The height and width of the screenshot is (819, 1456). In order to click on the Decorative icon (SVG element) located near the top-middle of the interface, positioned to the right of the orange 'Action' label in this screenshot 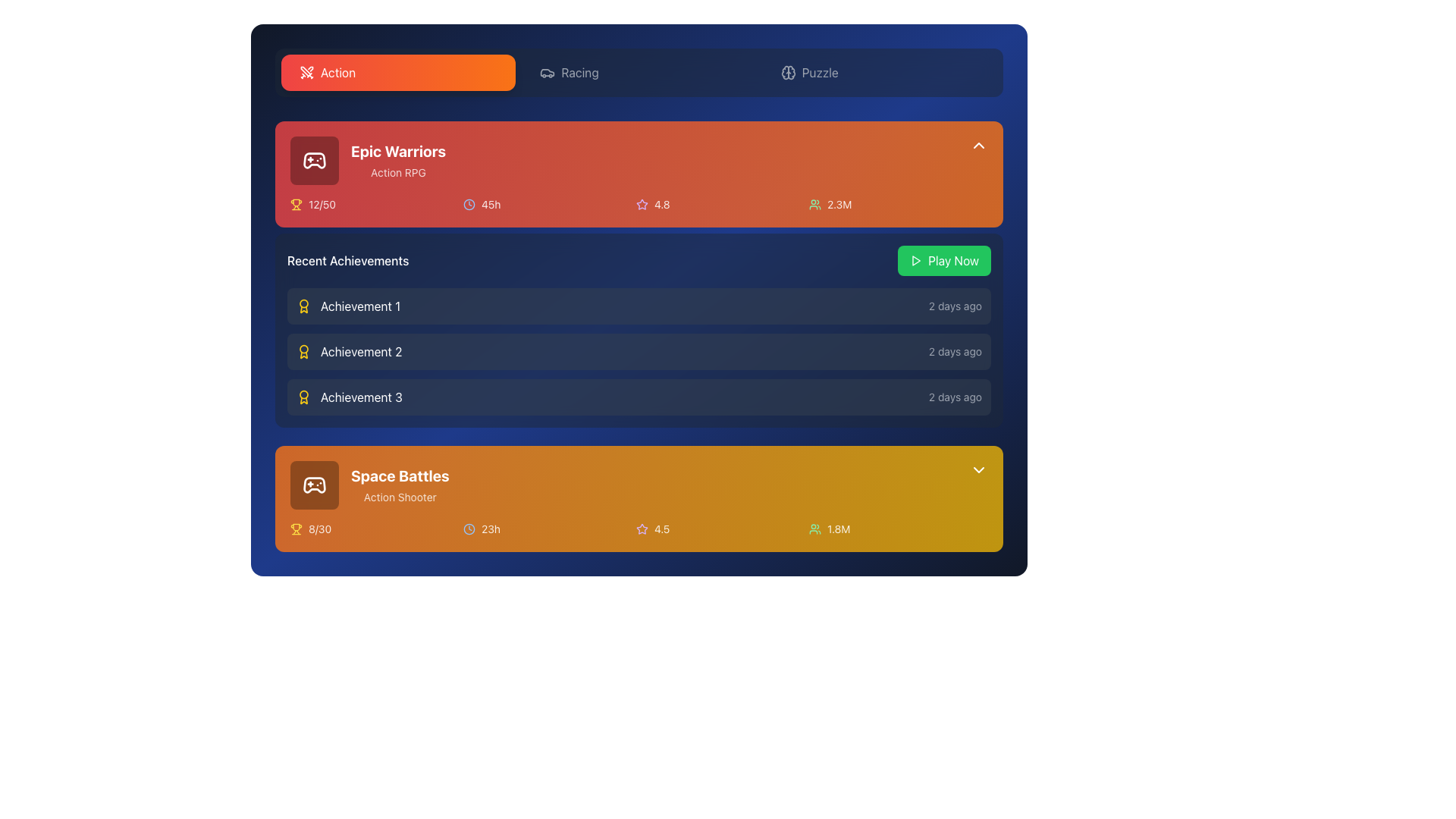, I will do `click(785, 73)`.